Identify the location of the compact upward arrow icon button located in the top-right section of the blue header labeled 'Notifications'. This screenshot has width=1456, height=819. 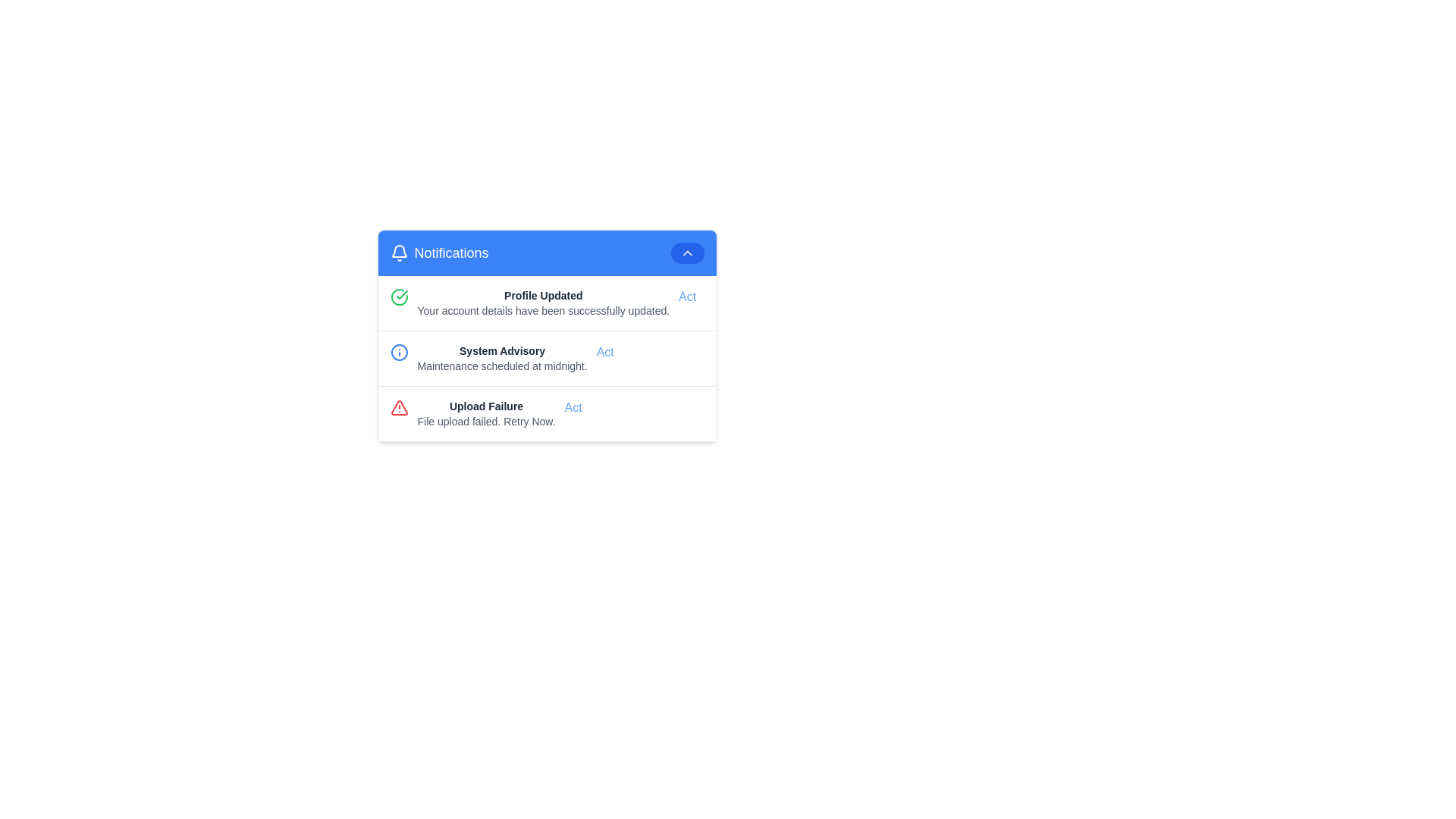
(686, 253).